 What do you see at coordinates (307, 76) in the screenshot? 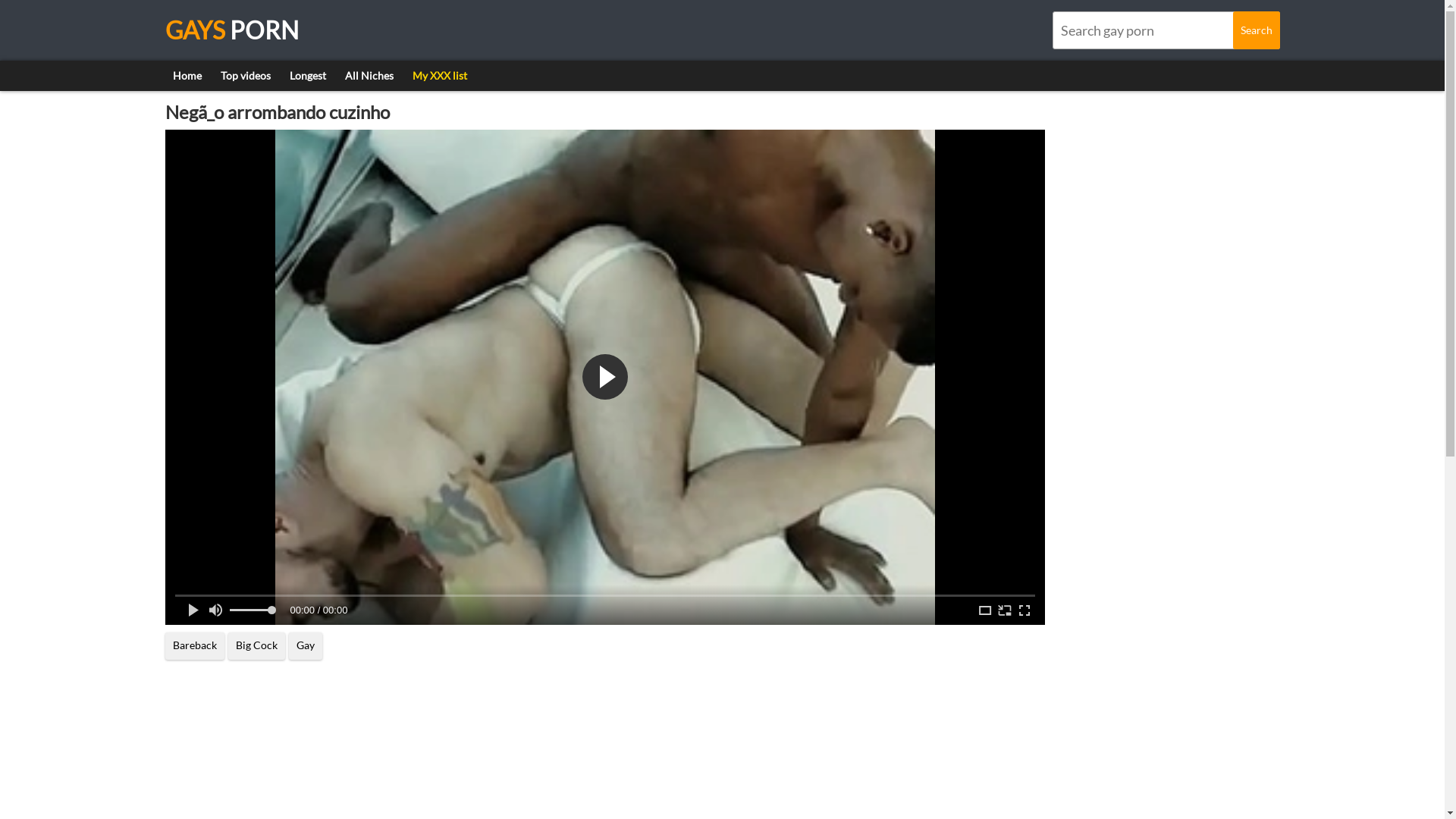
I see `'Longest'` at bounding box center [307, 76].